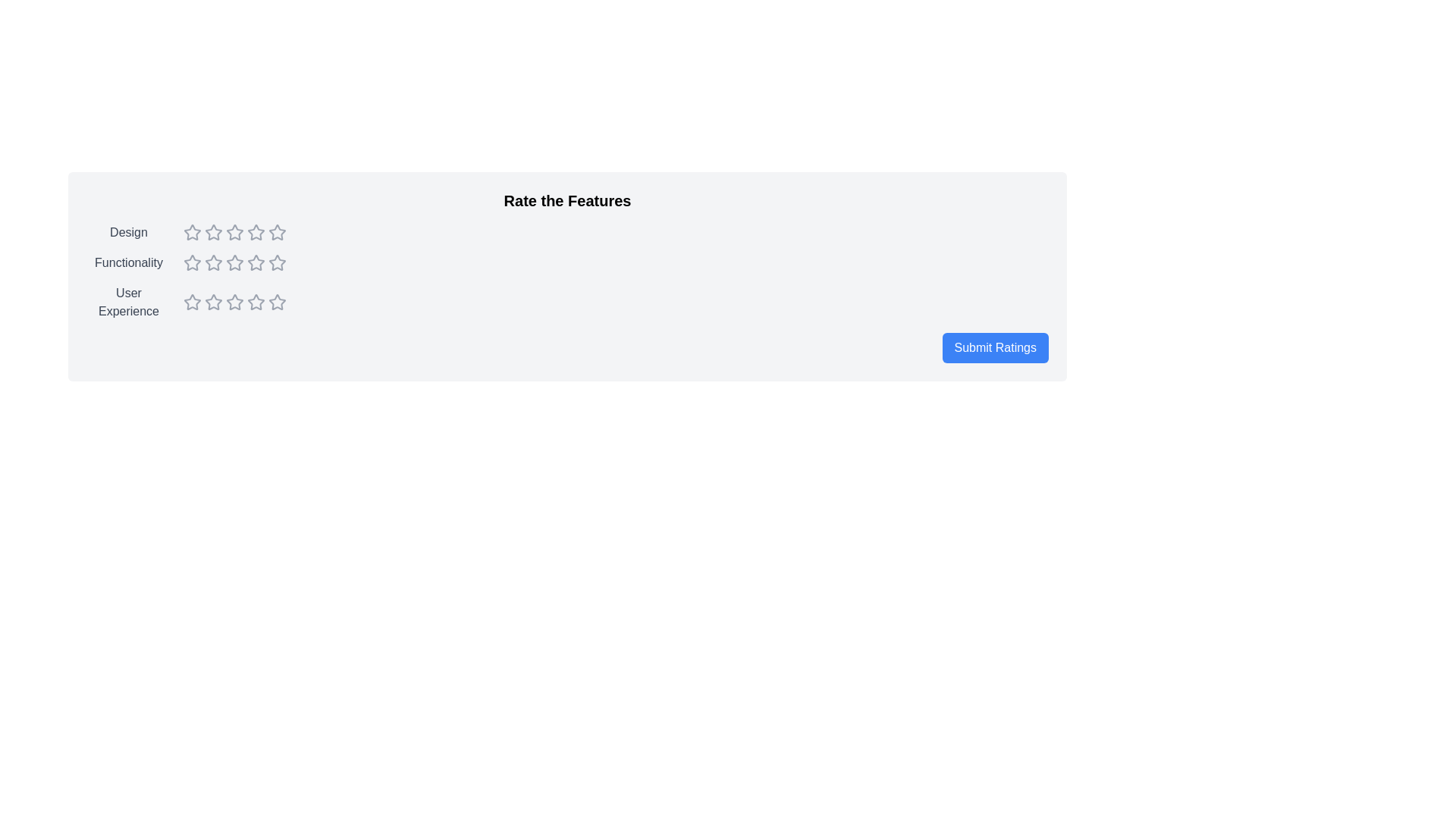  Describe the element at coordinates (234, 302) in the screenshot. I see `the second star in the 'User Experience' rating component to provide feedback` at that location.